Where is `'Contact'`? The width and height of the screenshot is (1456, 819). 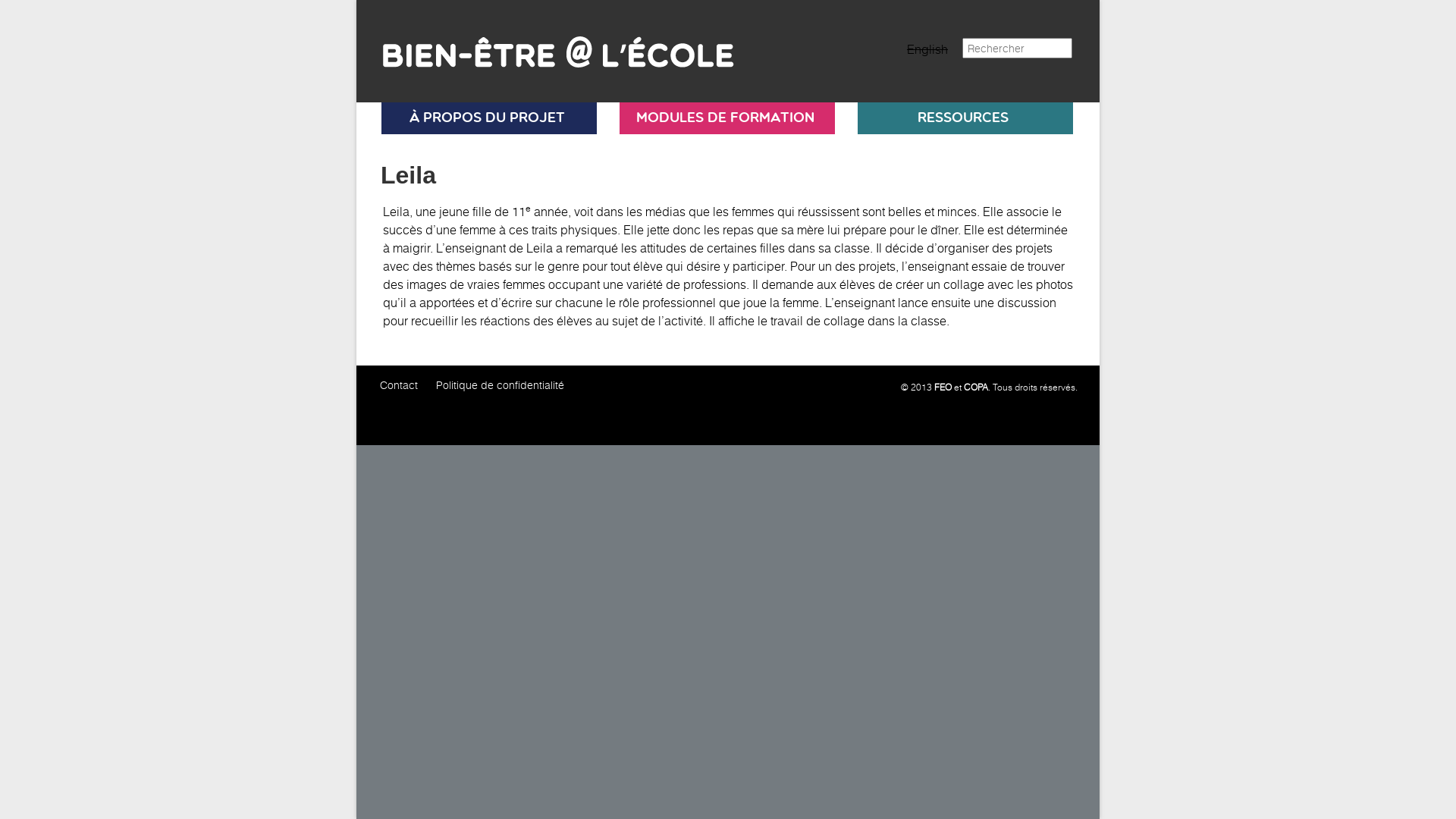
'Contact' is located at coordinates (399, 384).